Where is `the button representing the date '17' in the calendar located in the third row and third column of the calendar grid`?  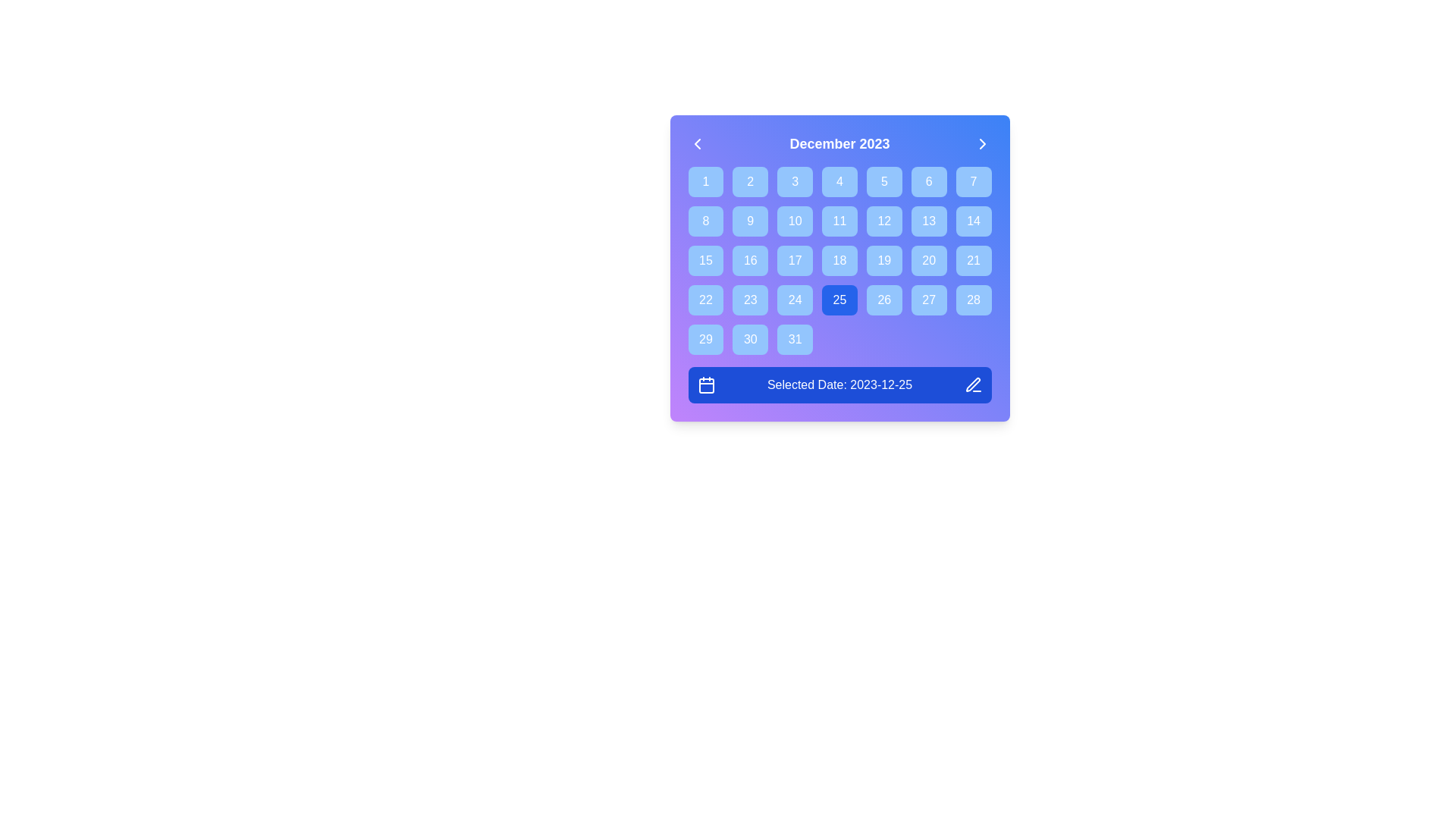
the button representing the date '17' in the calendar located in the third row and third column of the calendar grid is located at coordinates (794, 259).